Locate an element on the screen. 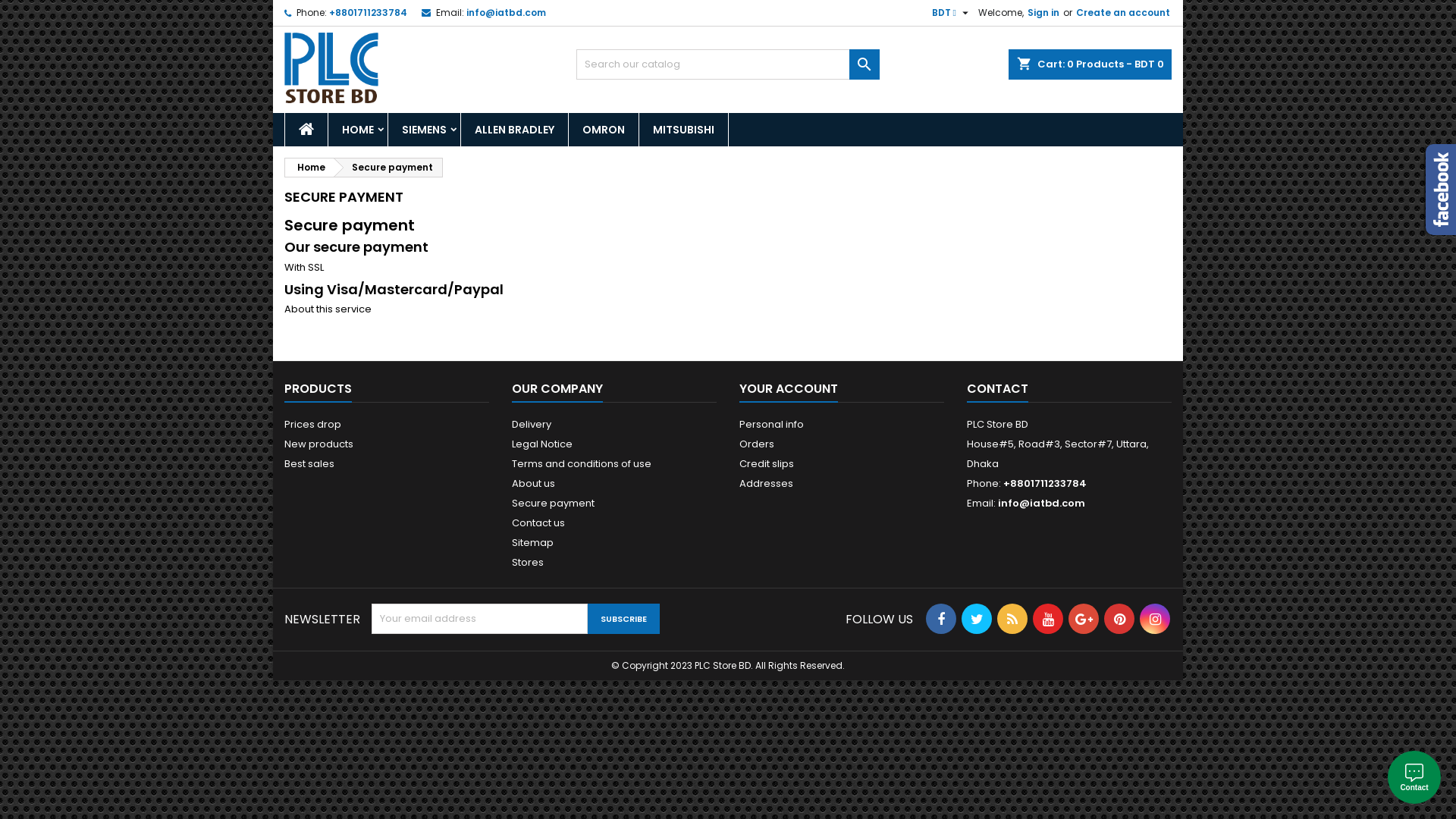  'Best sales' is located at coordinates (309, 463).